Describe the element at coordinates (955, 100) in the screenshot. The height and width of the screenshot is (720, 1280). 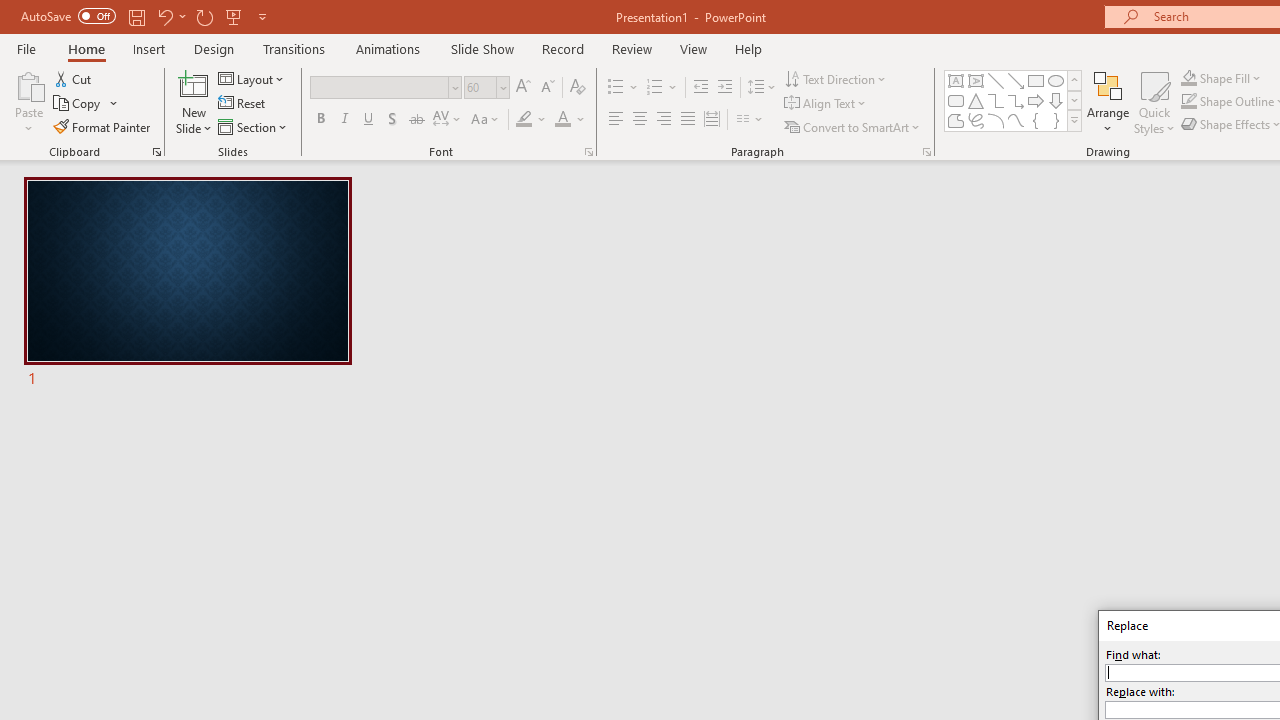
I see `'Rectangle: Rounded Corners'` at that location.